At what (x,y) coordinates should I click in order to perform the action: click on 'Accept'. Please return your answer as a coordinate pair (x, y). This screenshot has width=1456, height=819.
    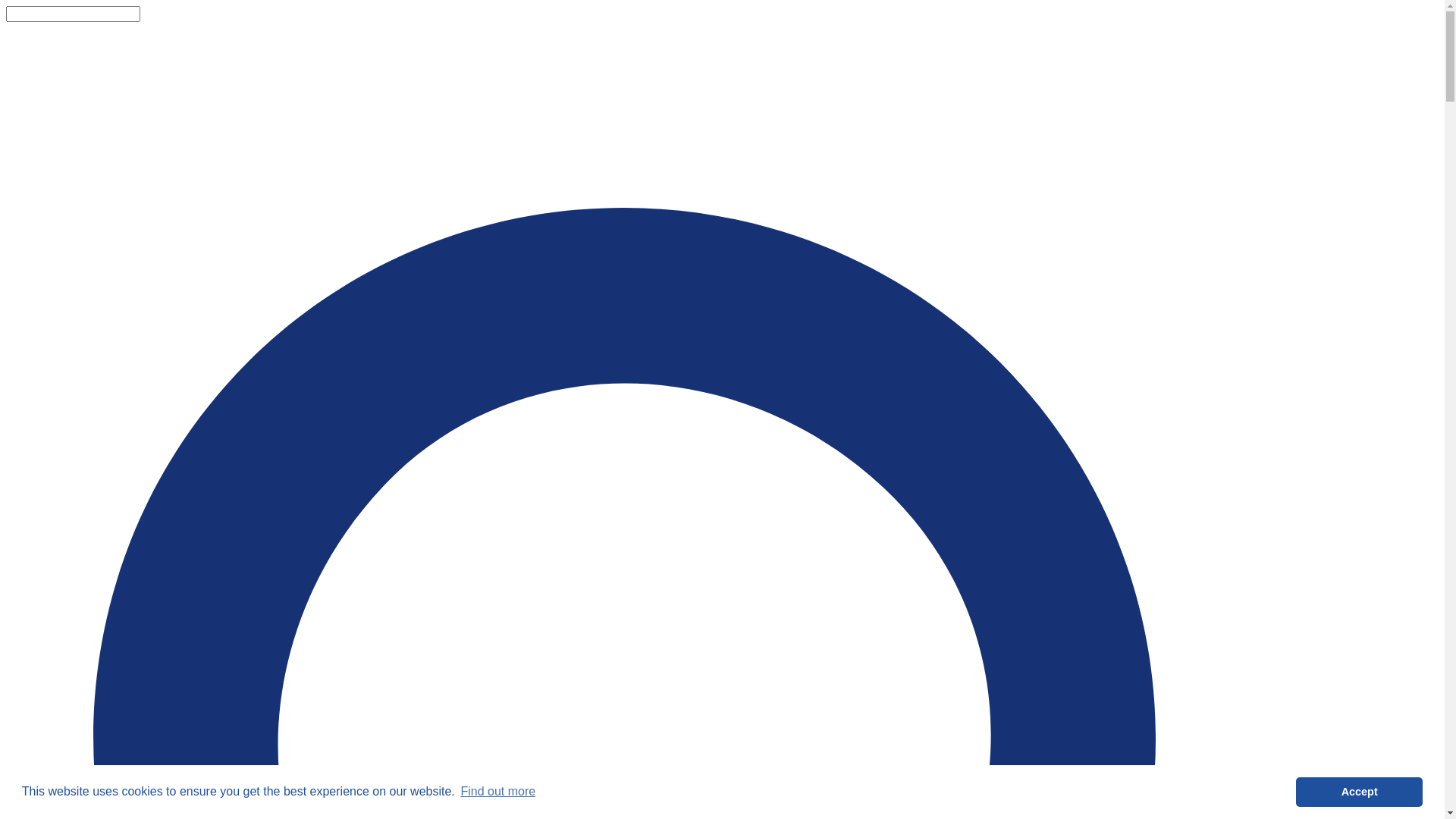
    Looking at the image, I should click on (1359, 791).